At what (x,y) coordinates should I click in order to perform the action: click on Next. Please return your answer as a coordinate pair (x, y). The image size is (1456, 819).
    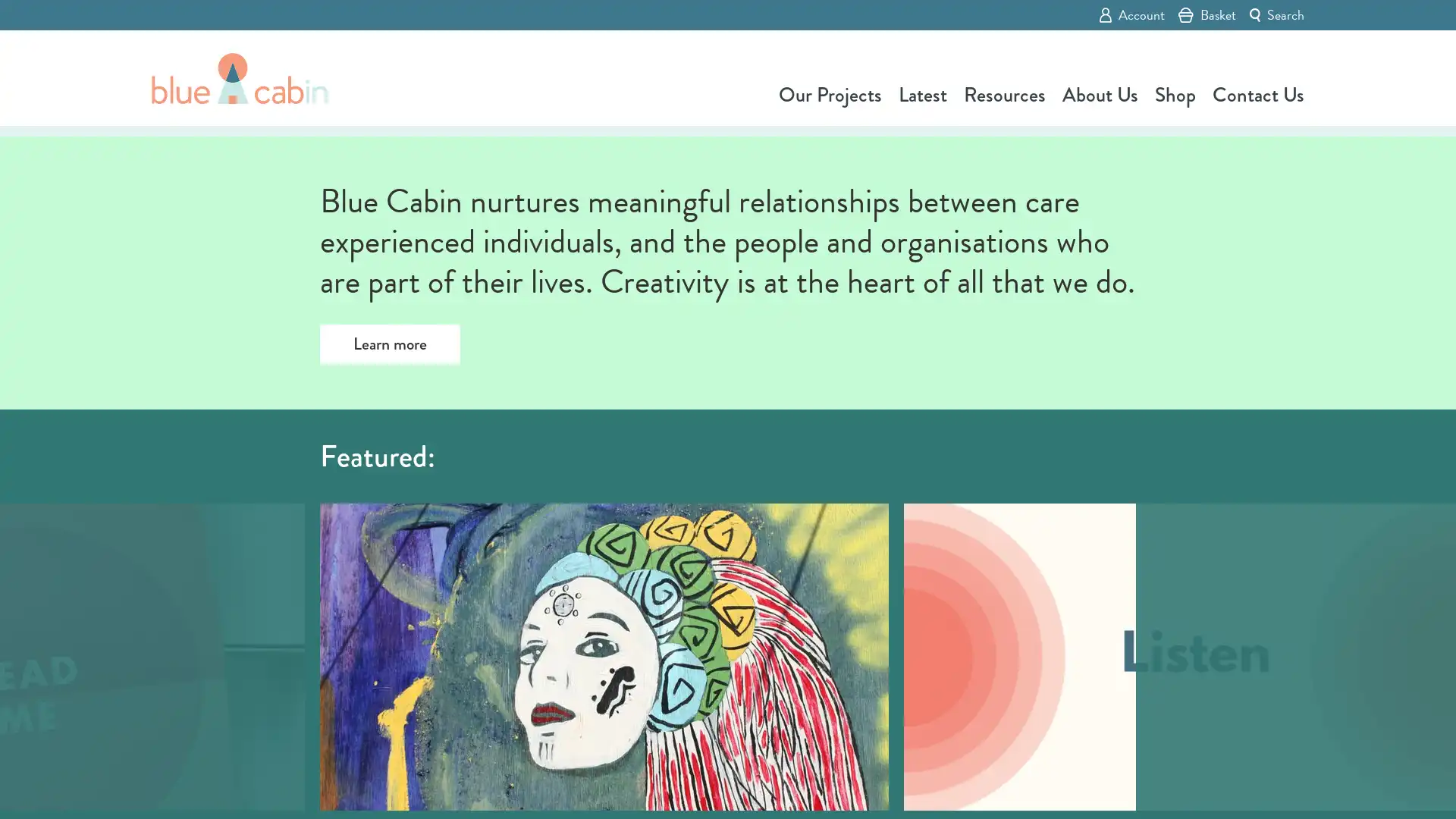
    Looking at the image, I should click on (1165, 722).